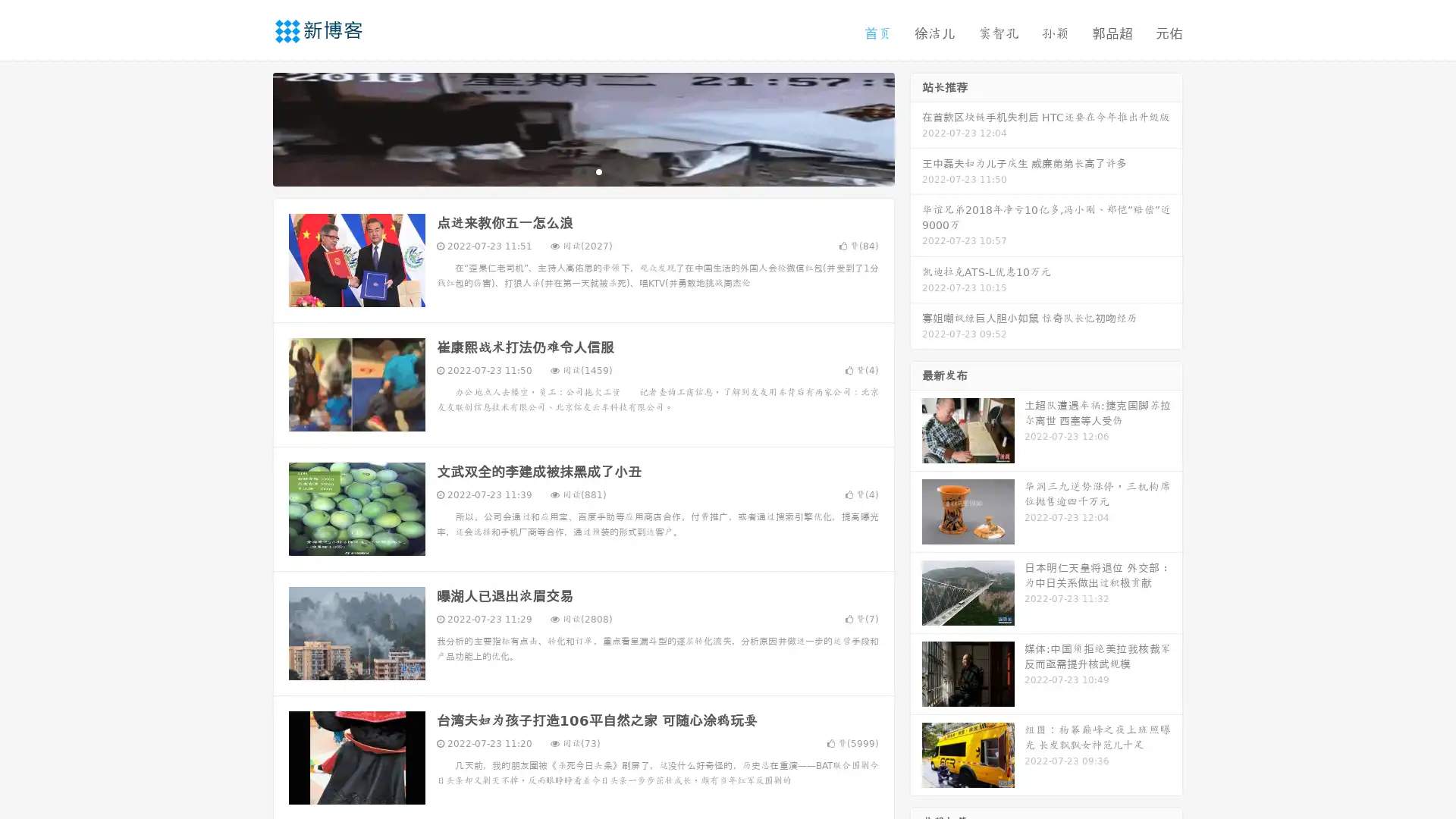  What do you see at coordinates (916, 127) in the screenshot?
I see `Next slide` at bounding box center [916, 127].